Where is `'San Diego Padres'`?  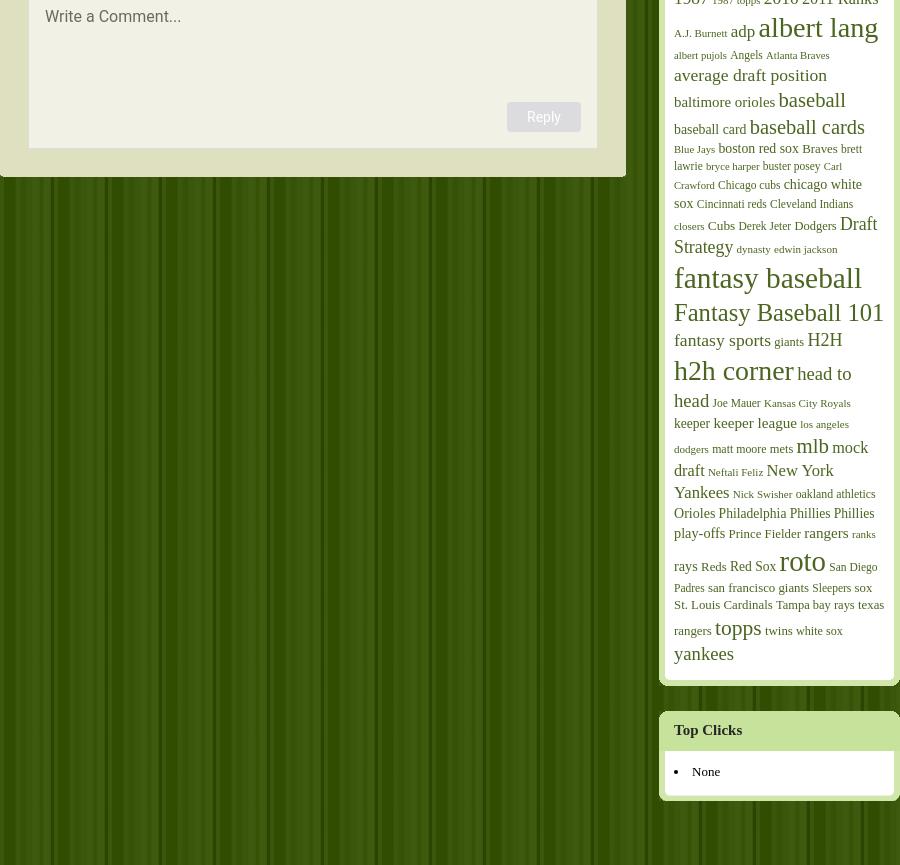
'San Diego Padres' is located at coordinates (774, 577).